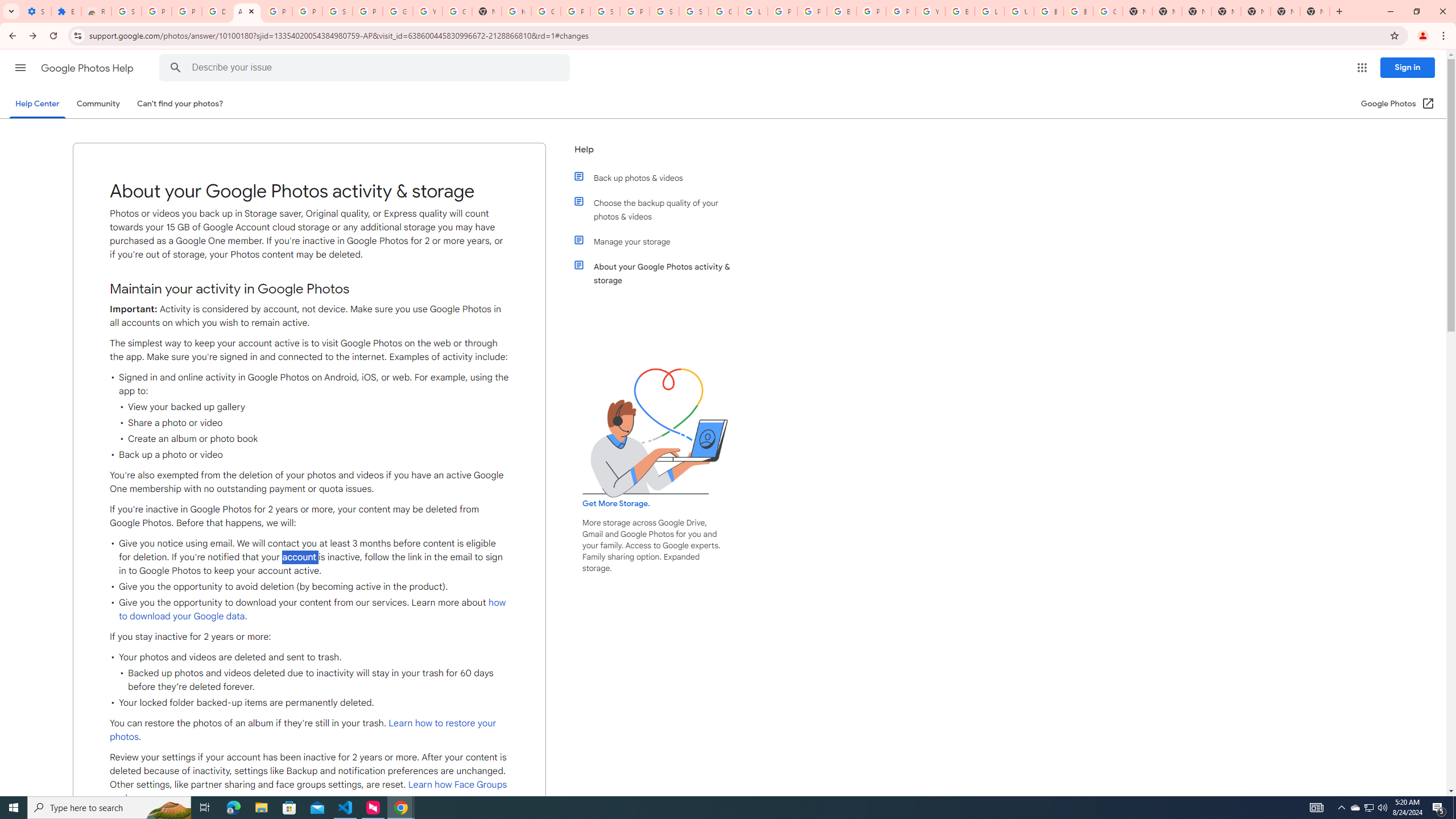 The height and width of the screenshot is (819, 1456). I want to click on 'Settings - On startup', so click(36, 11).